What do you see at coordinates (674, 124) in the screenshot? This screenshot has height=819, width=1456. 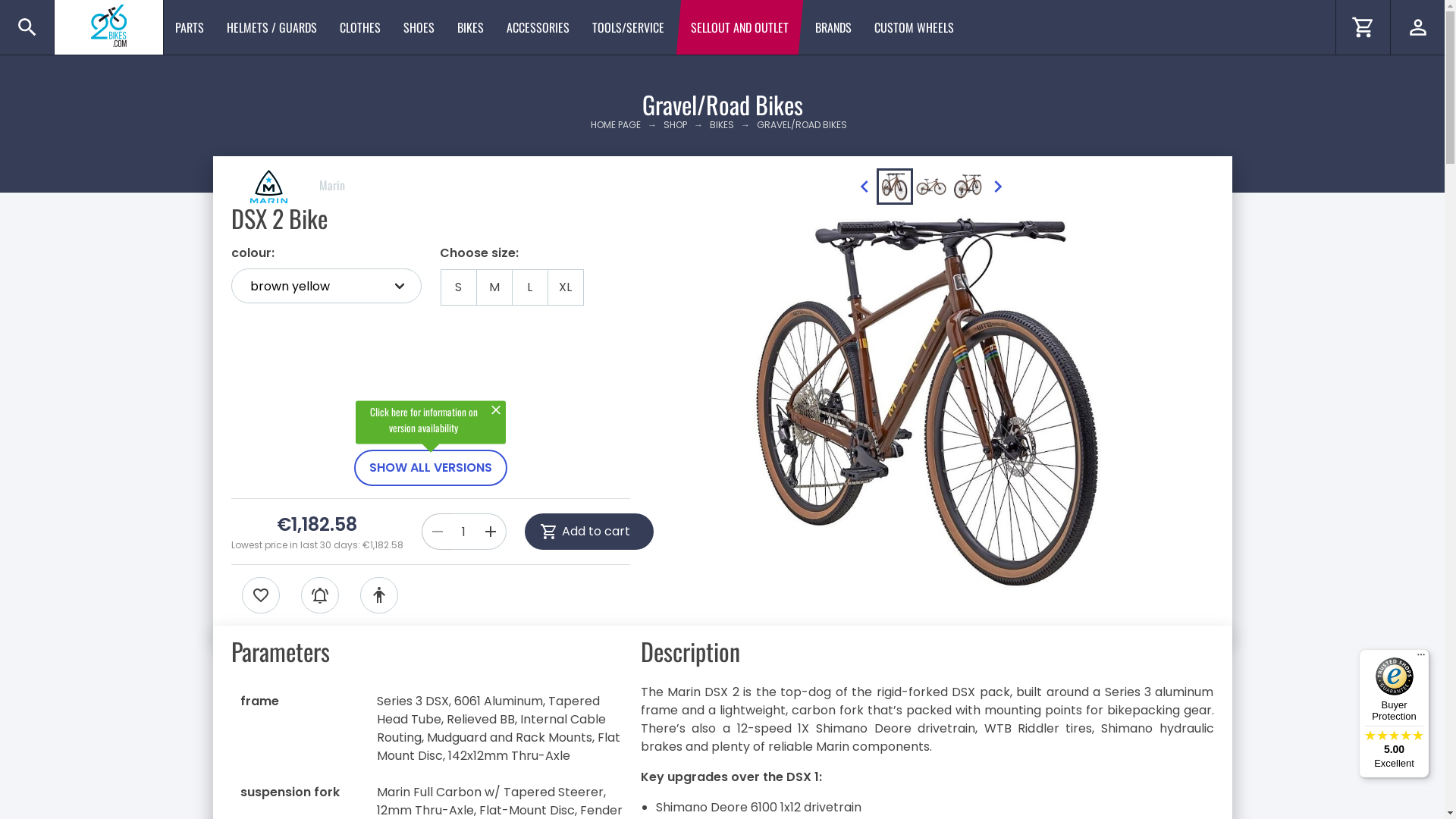 I see `'SHOP'` at bounding box center [674, 124].